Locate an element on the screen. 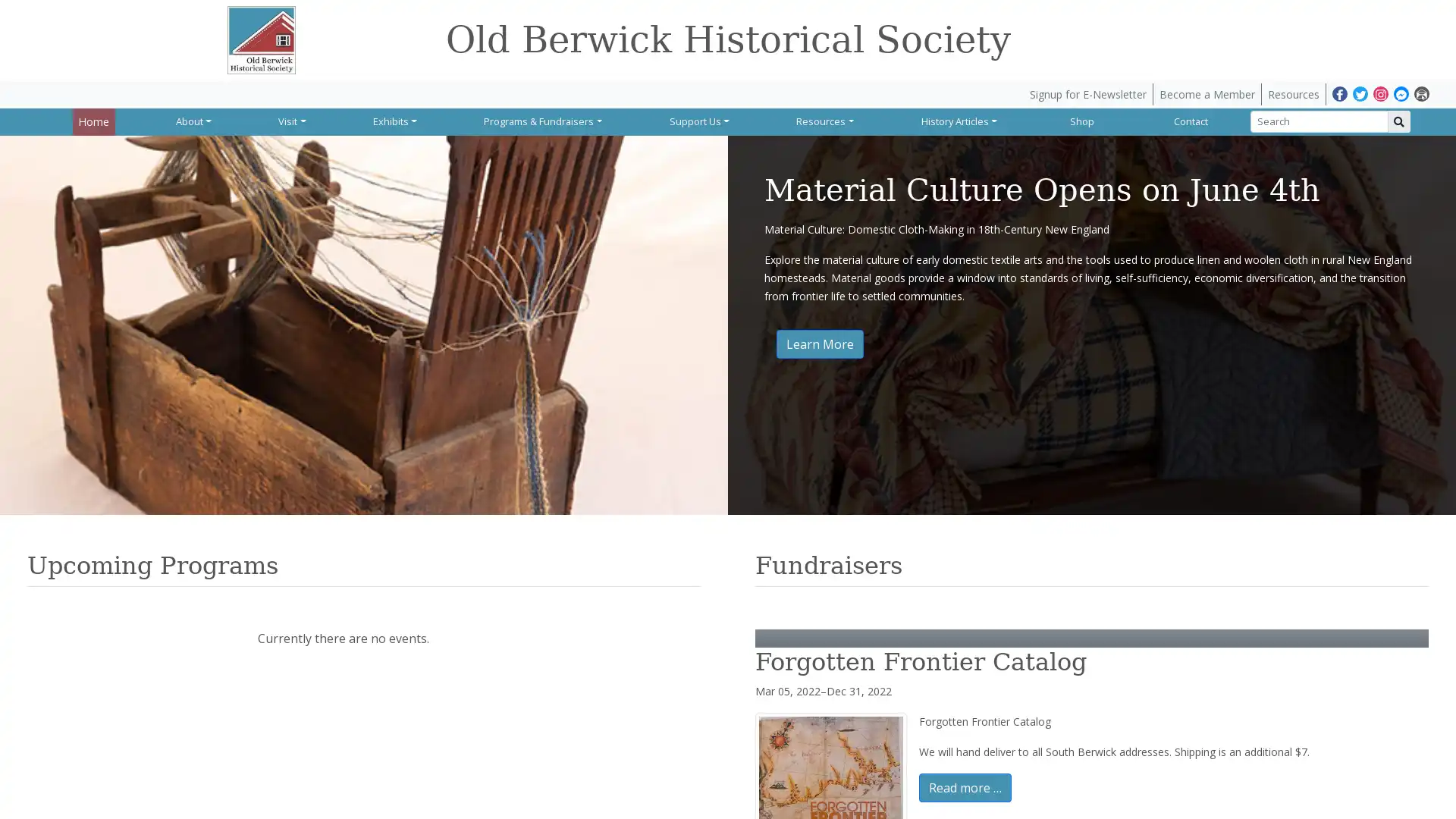 The image size is (1456, 819). Learn More is located at coordinates (819, 343).